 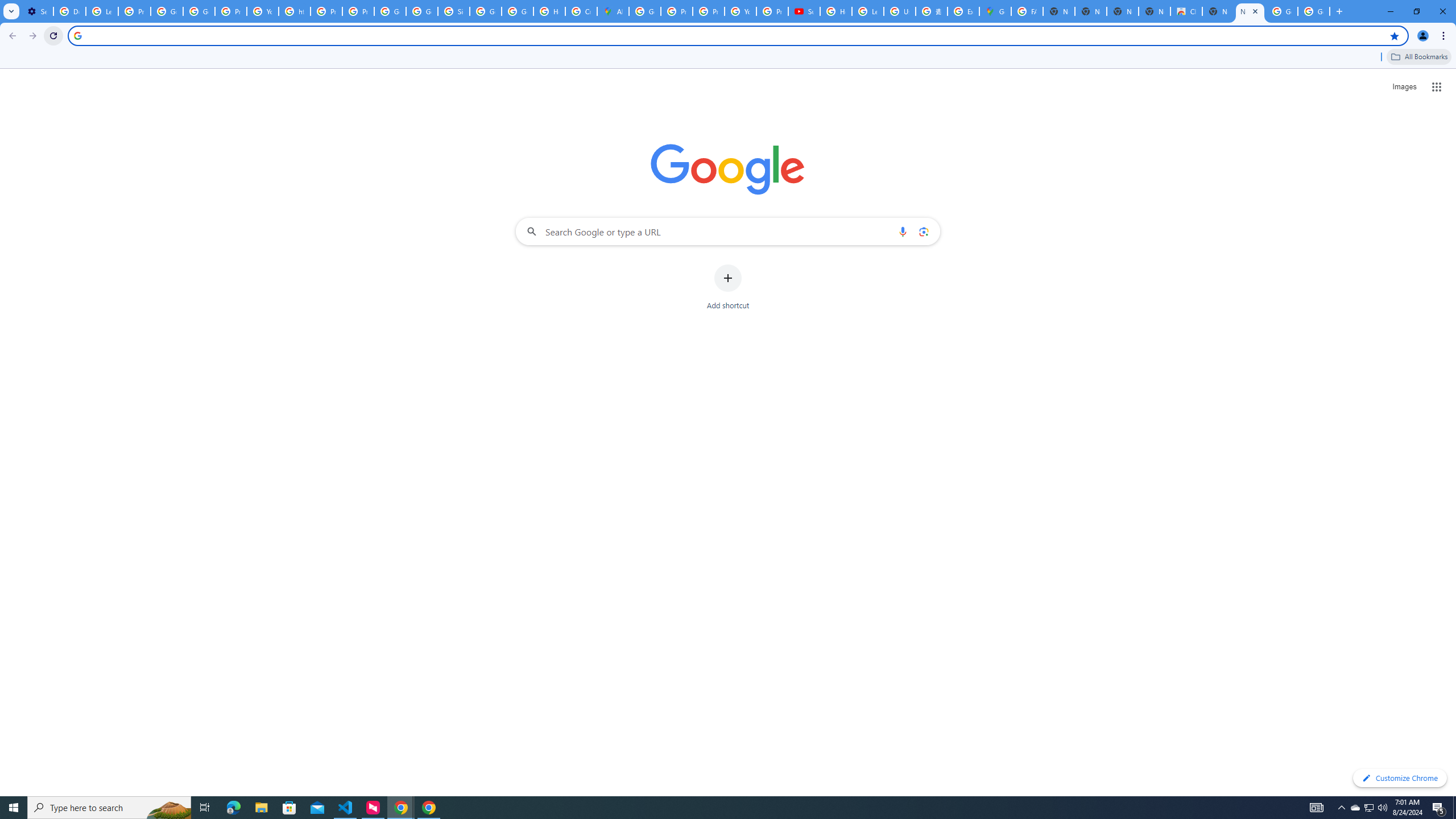 What do you see at coordinates (676, 11) in the screenshot?
I see `'Privacy Help Center - Policies Help'` at bounding box center [676, 11].